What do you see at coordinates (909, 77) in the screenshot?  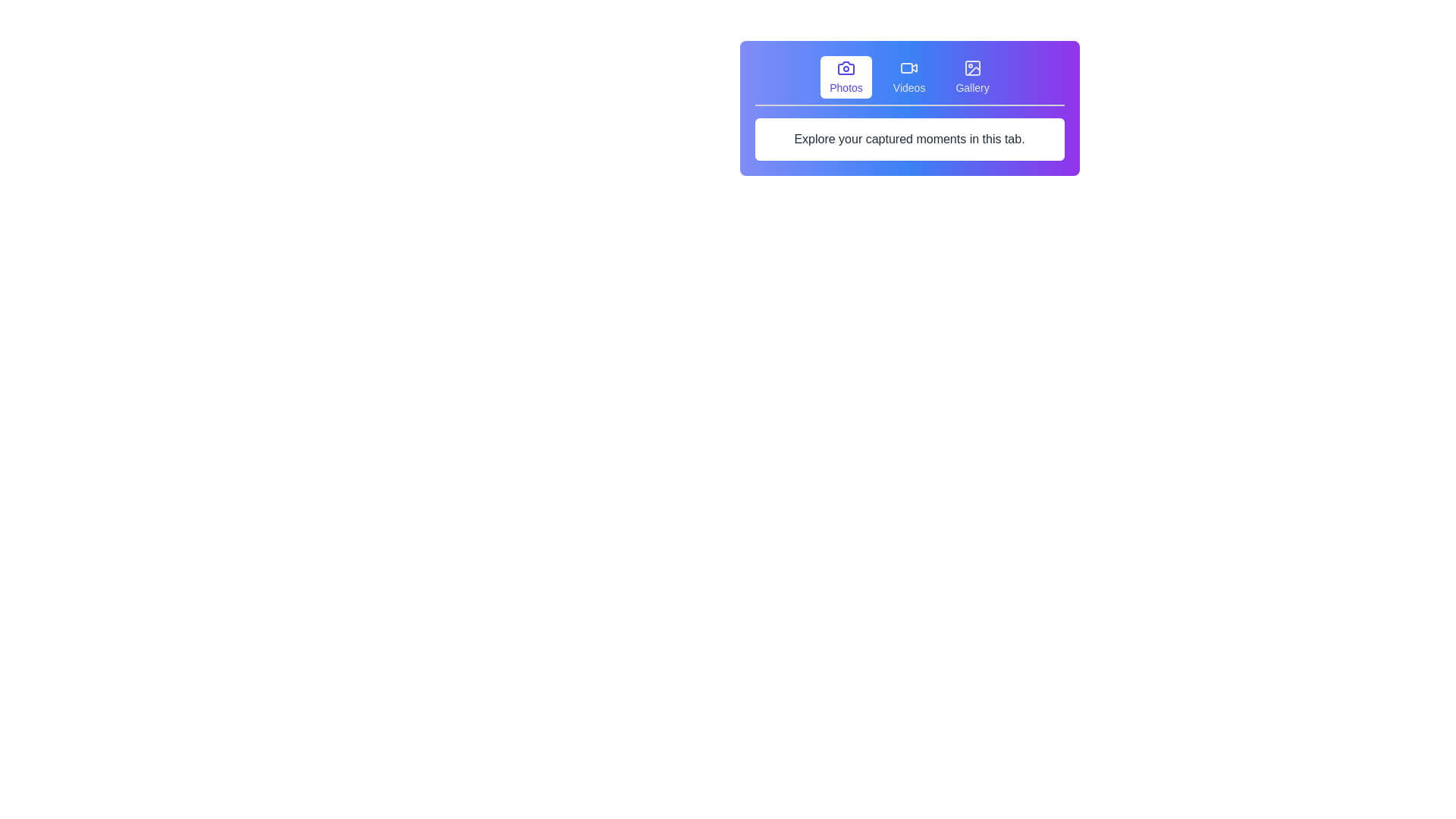 I see `the 'Videos' button, which is the second button in a row of three, featuring a video camera icon and gray text that changes to light indigo upon hover` at bounding box center [909, 77].